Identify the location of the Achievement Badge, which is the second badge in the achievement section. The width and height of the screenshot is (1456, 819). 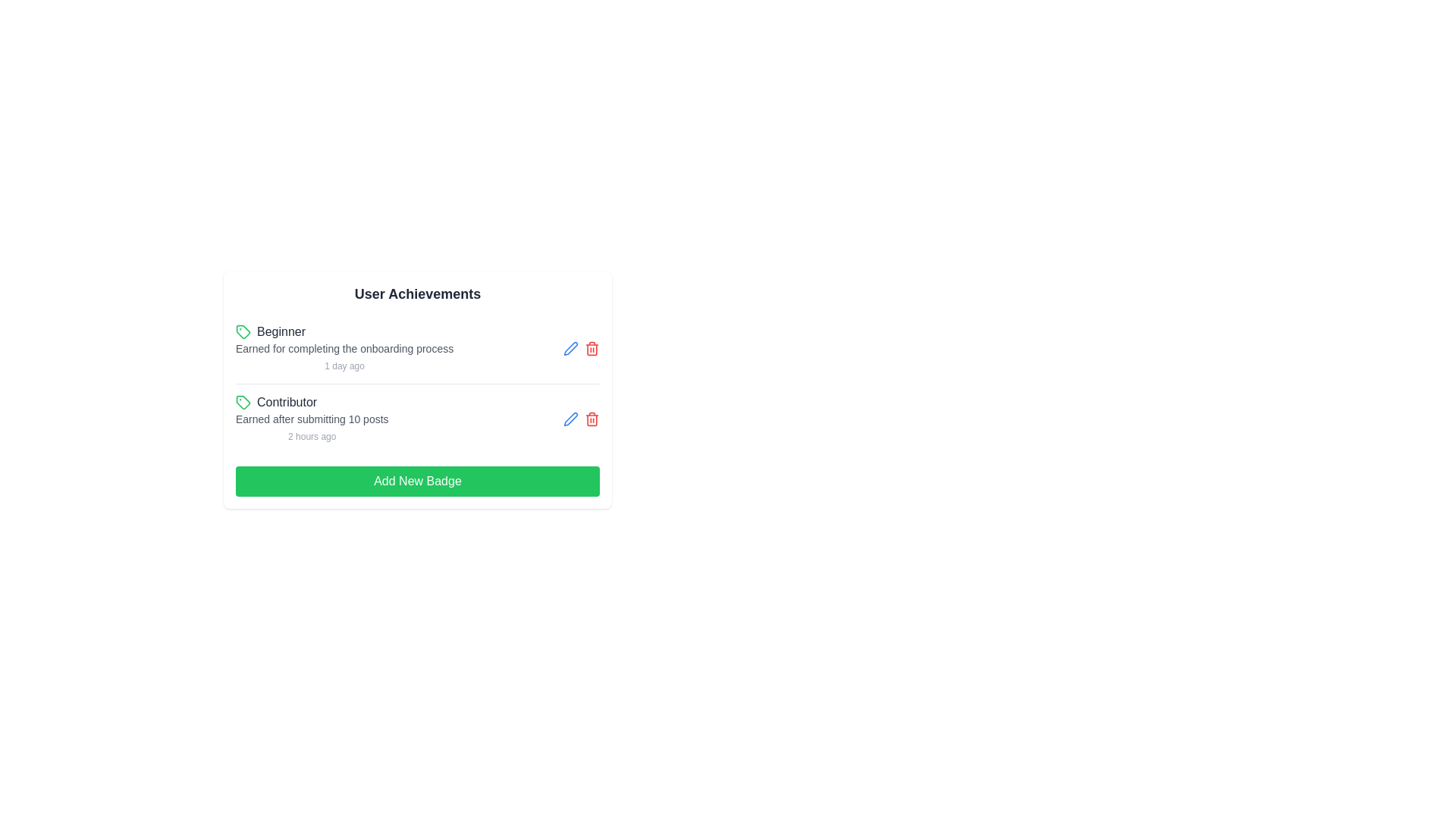
(311, 419).